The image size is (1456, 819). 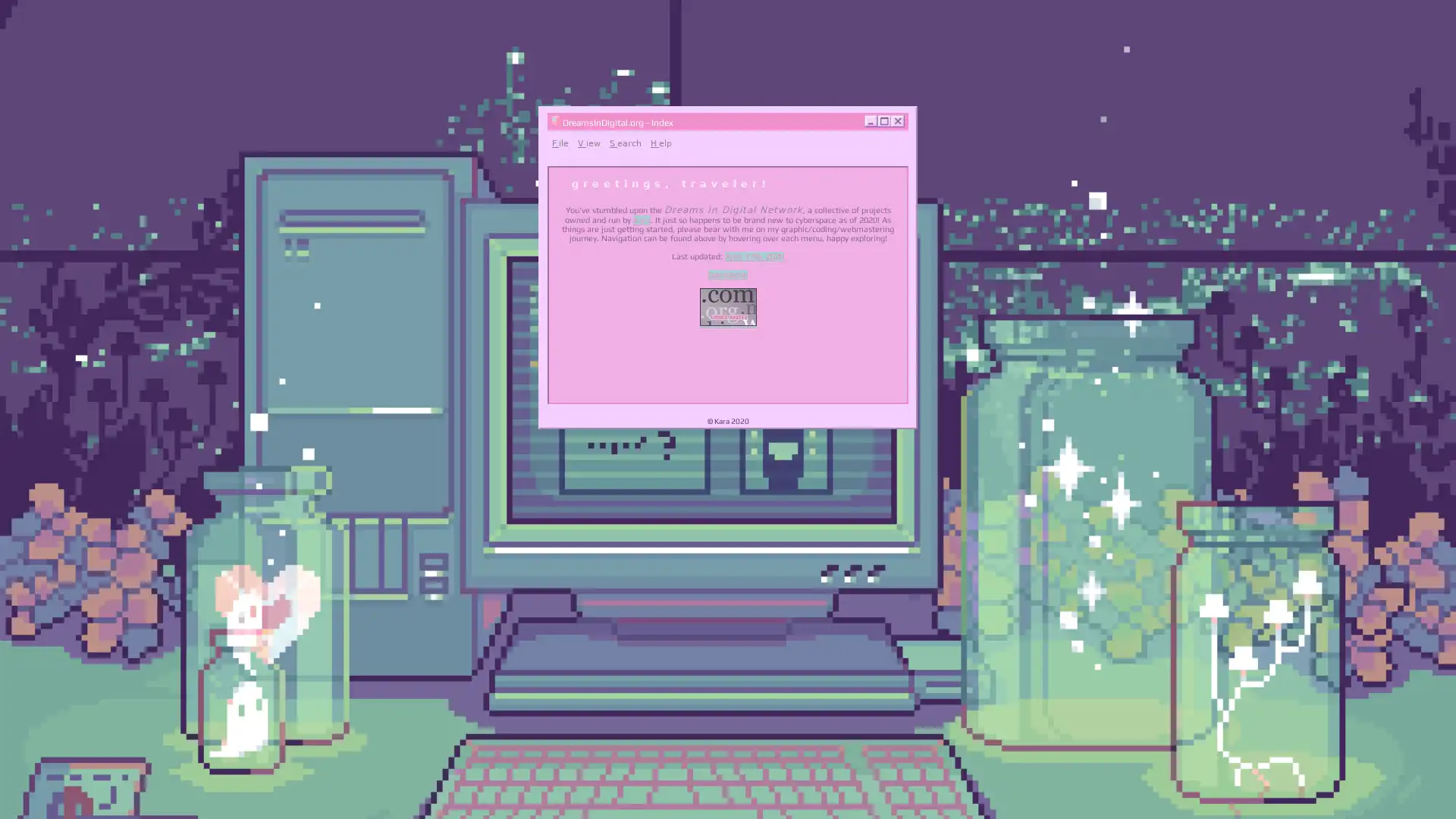 I want to click on Help, so click(x=661, y=143).